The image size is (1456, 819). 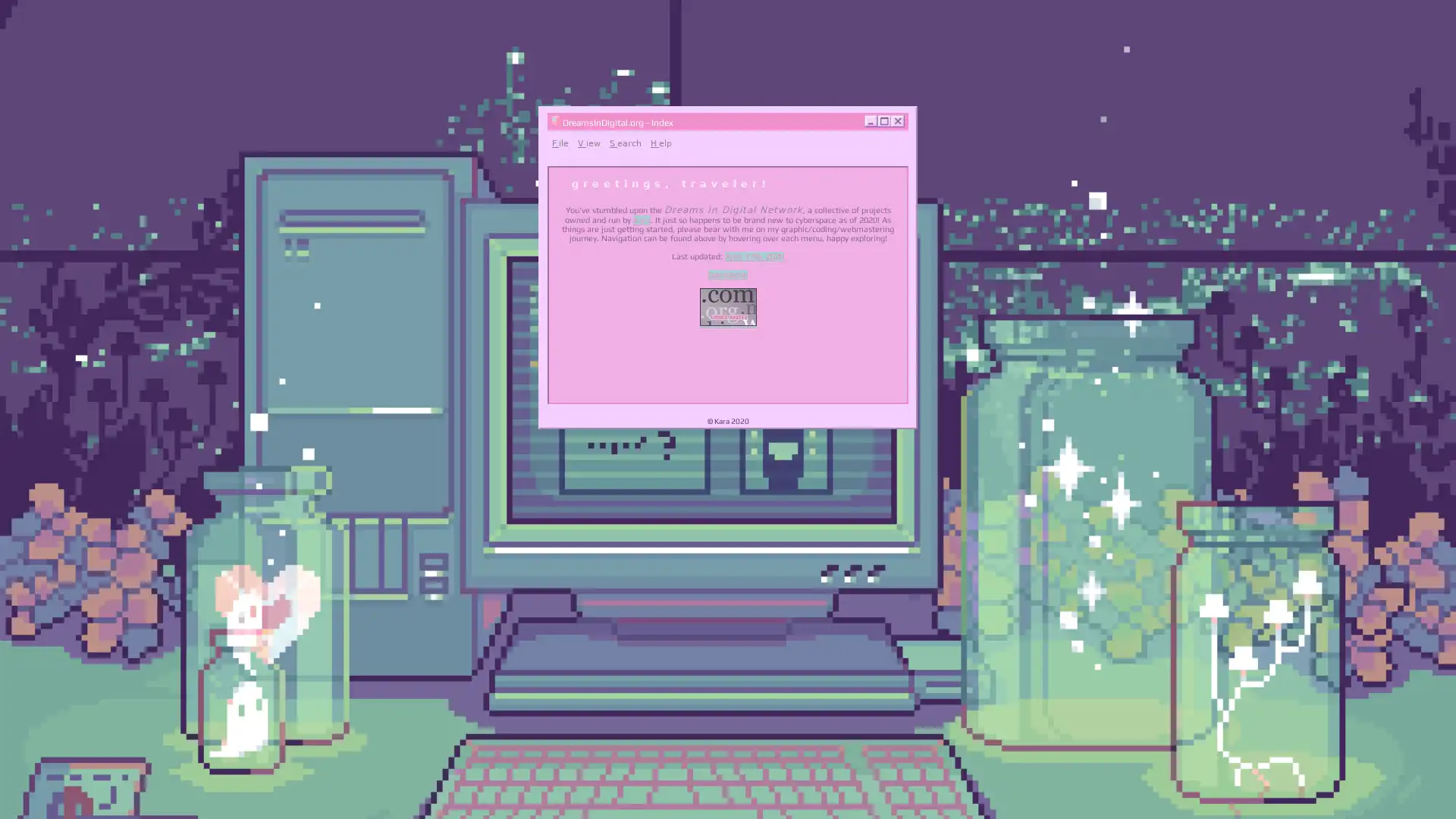 I want to click on Help, so click(x=661, y=143).